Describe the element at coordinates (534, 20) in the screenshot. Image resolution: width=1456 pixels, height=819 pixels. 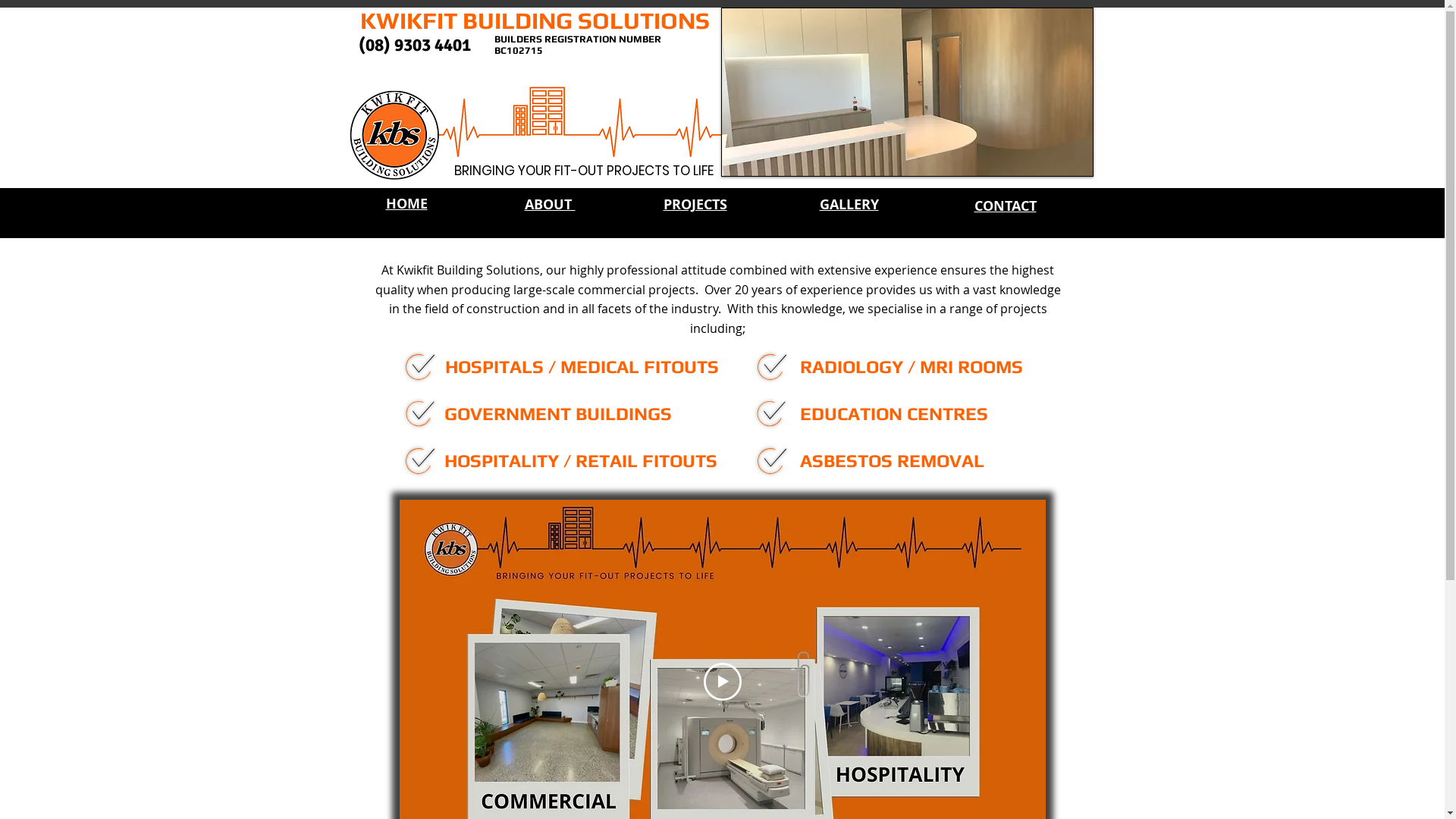
I see `'KWIKFIT BUILDING SOLUTIONS'` at that location.